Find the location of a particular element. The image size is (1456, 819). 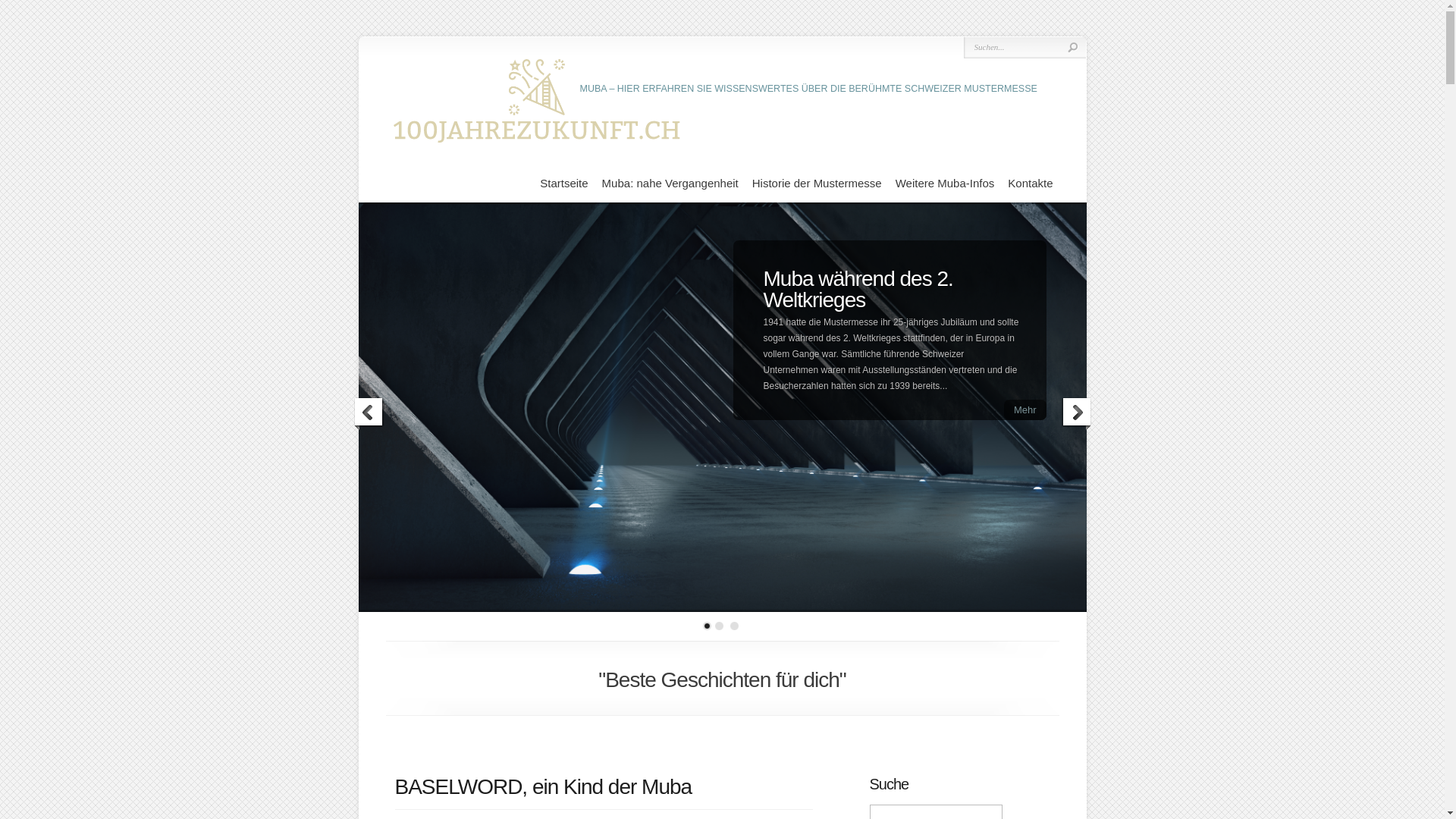

'Kontakte' is located at coordinates (1008, 183).